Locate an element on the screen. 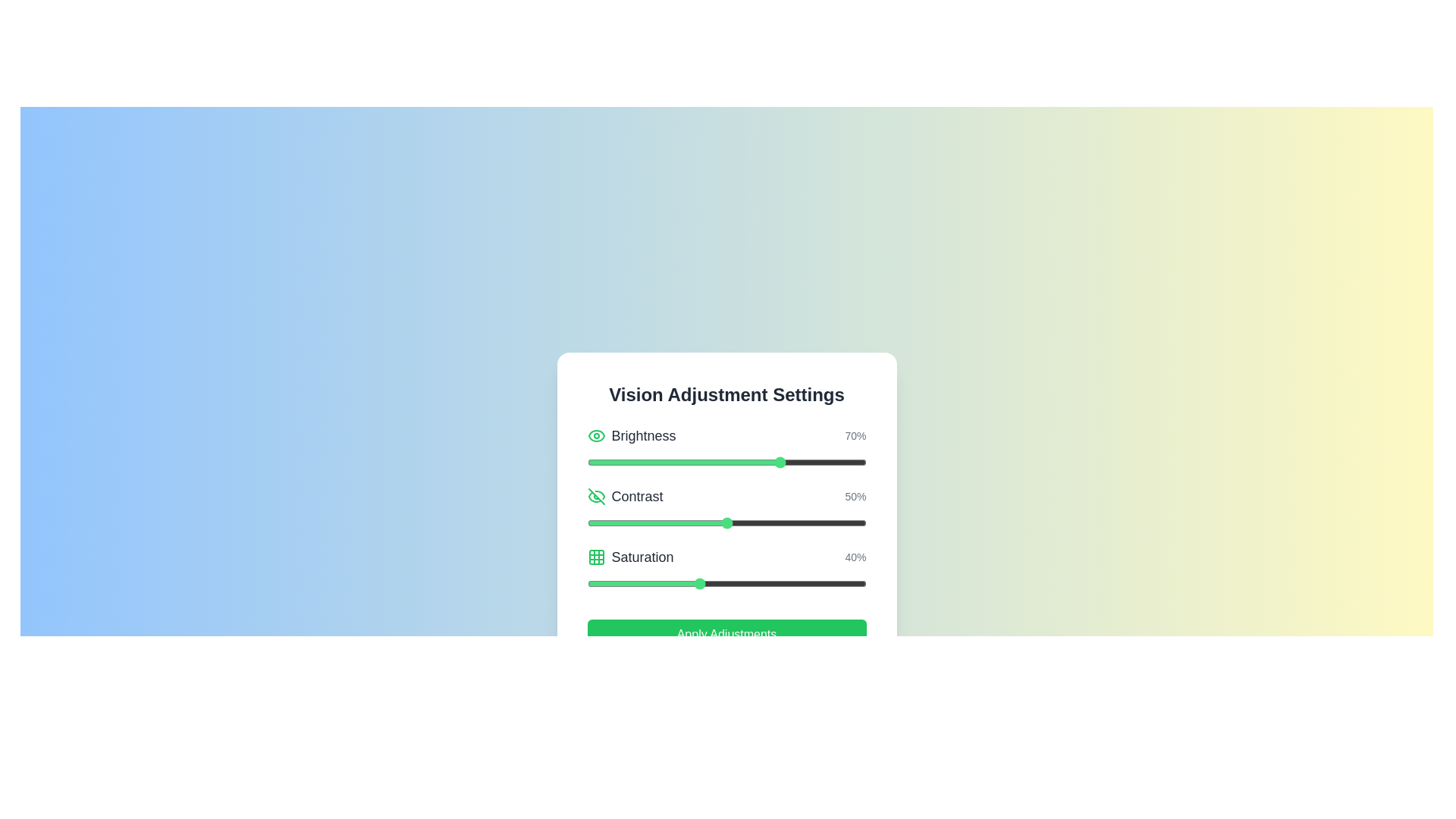 The image size is (1456, 819). the brightness slider to set the brightness to 0% is located at coordinates (586, 461).